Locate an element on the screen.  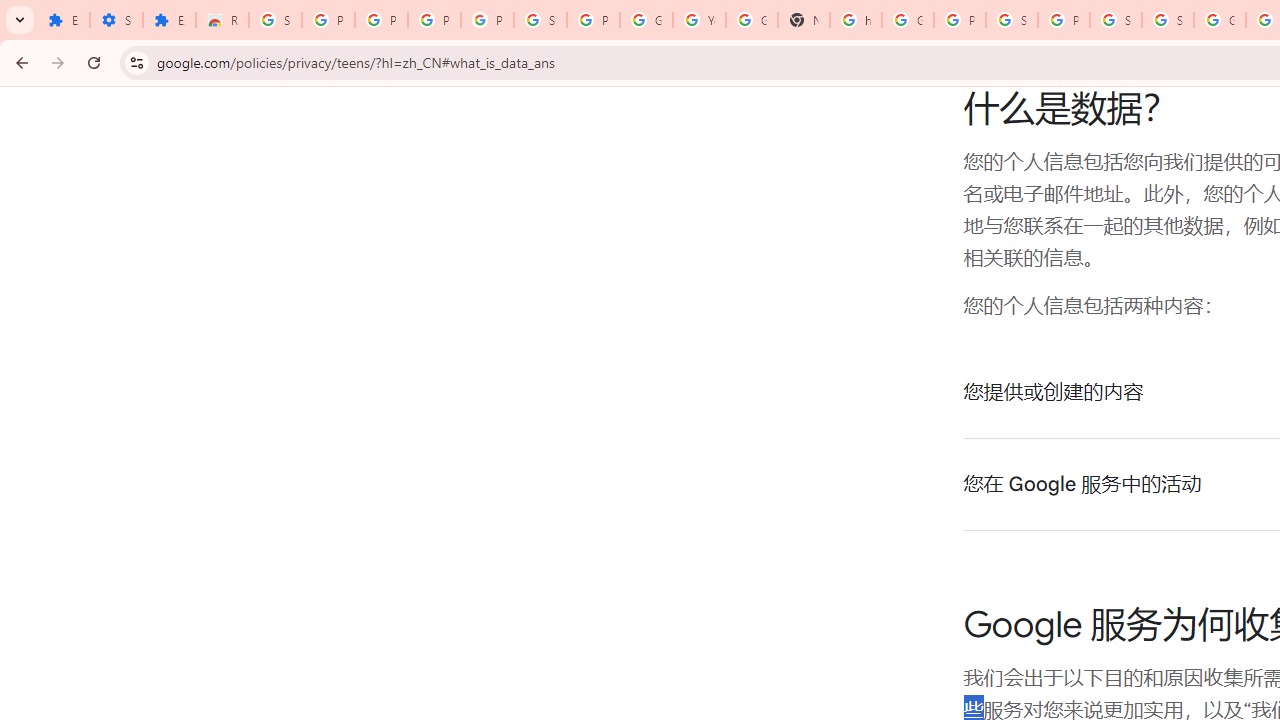
'Extensions' is located at coordinates (63, 20).